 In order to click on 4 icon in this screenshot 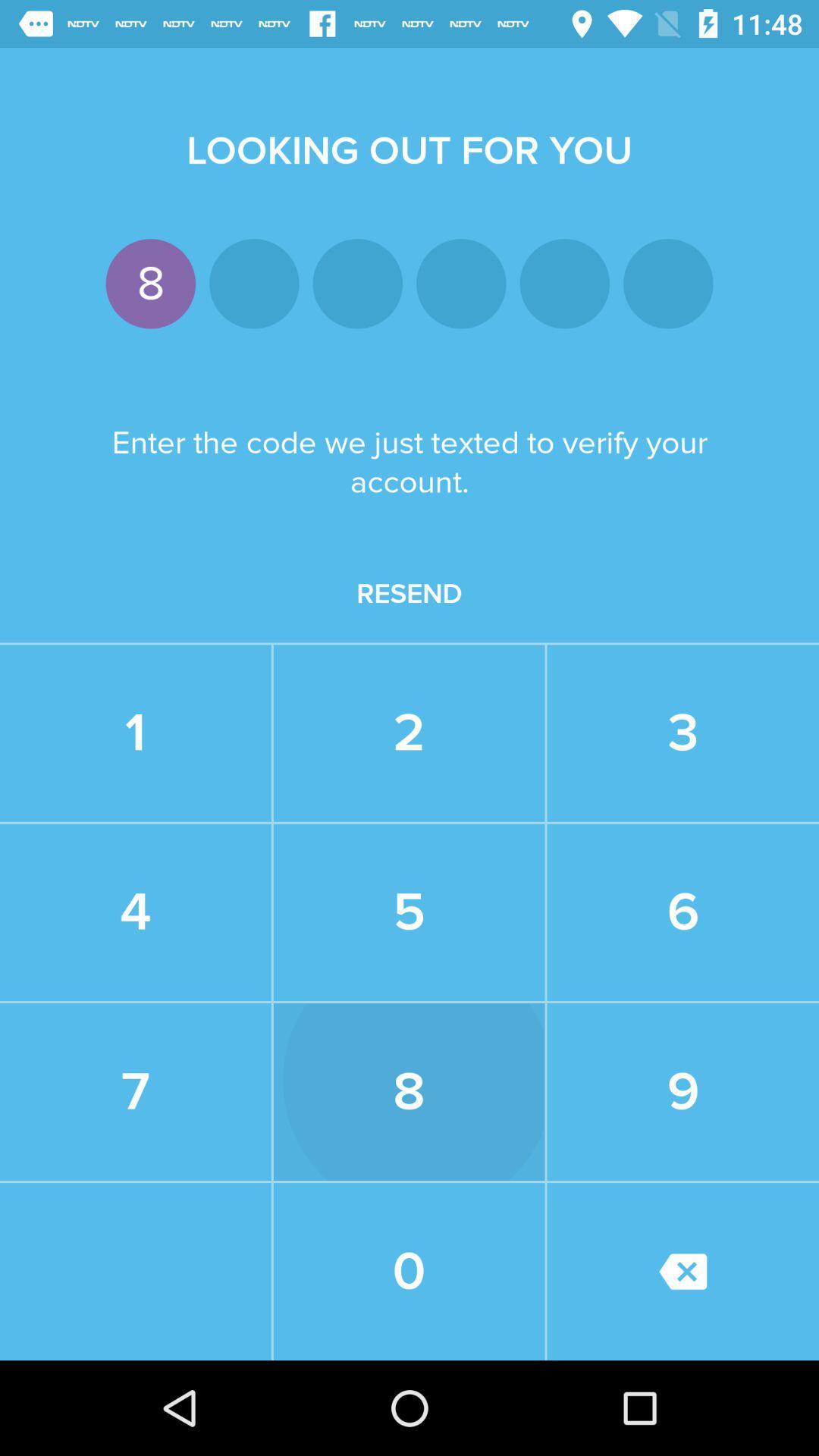, I will do `click(134, 912)`.